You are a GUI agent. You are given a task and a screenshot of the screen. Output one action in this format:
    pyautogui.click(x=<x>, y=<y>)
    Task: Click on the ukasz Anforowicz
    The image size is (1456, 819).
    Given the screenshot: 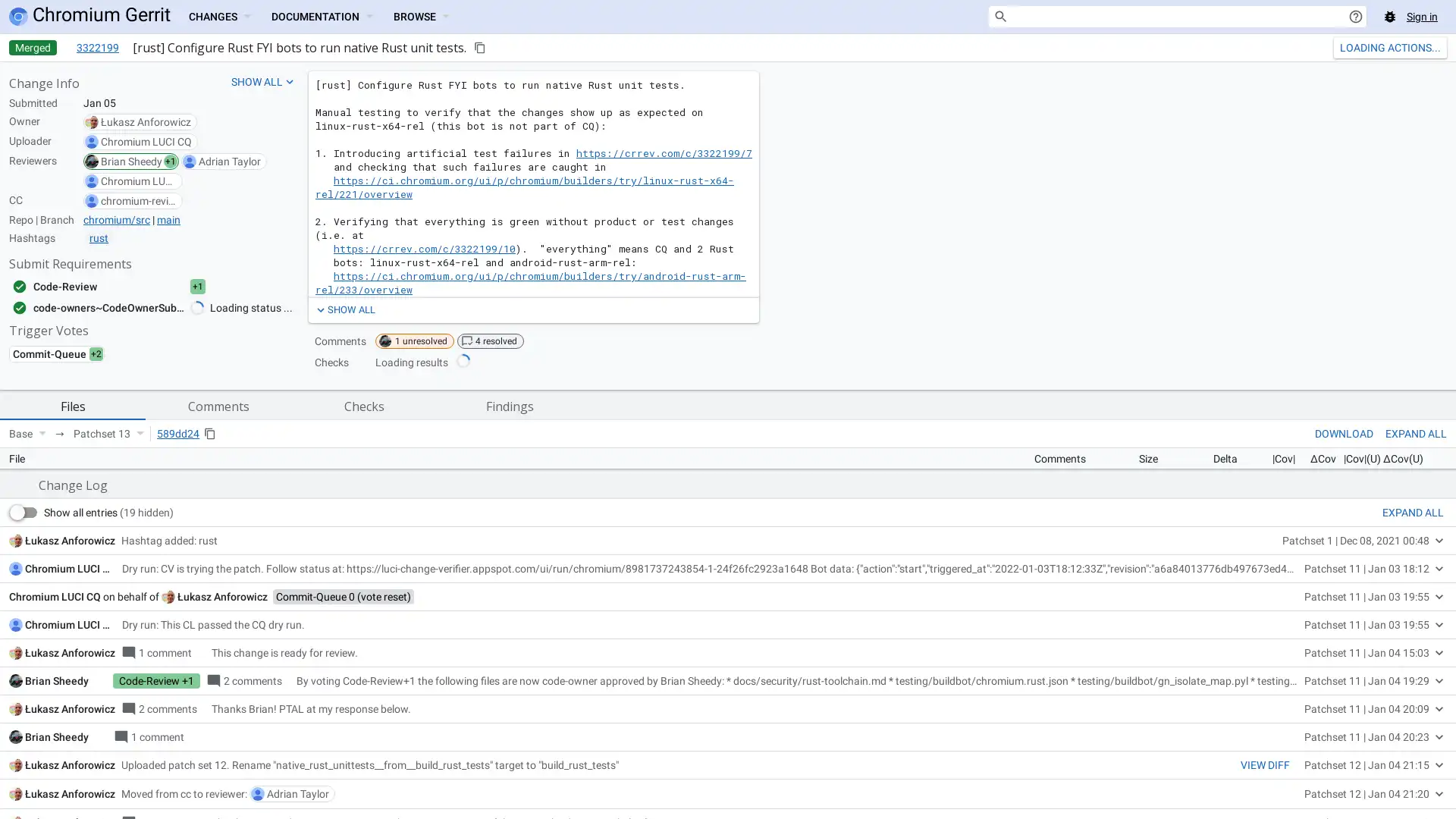 What is the action you would take?
    pyautogui.click(x=146, y=121)
    